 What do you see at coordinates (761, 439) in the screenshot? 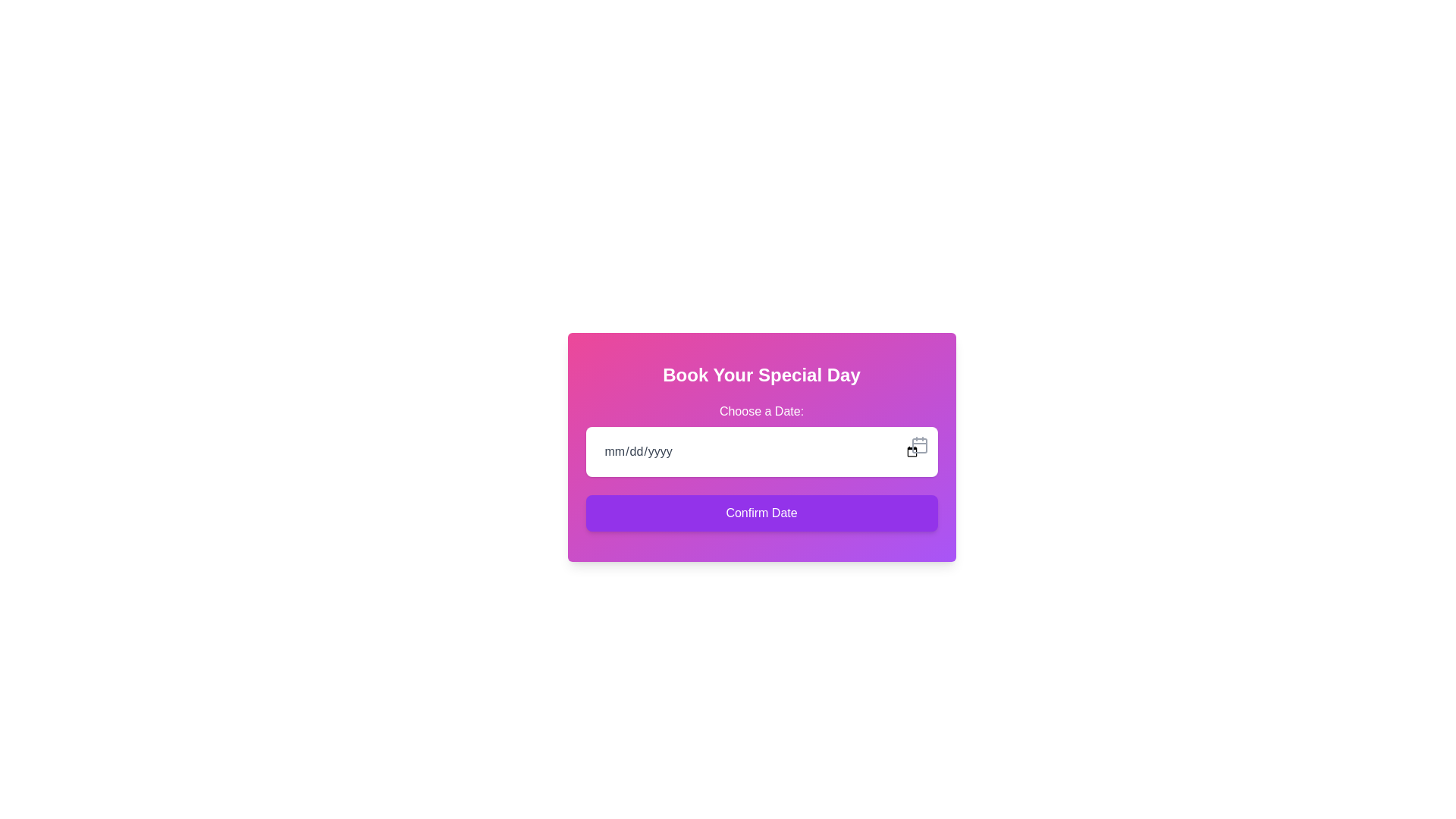
I see `the input field of the 'Choose a Date:' section to activate it` at bounding box center [761, 439].